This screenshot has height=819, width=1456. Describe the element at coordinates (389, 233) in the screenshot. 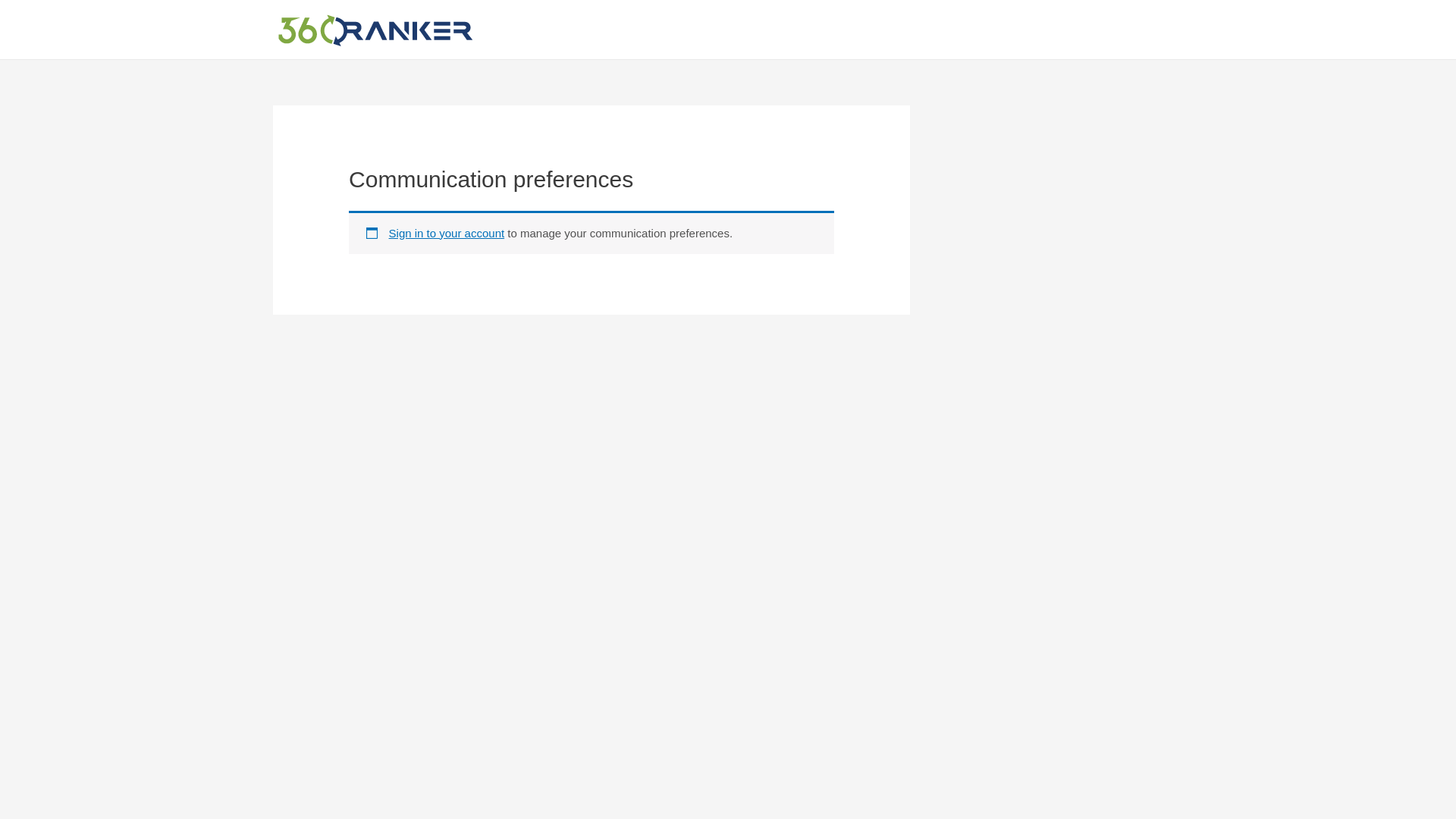

I see `'Sign in to your account'` at that location.